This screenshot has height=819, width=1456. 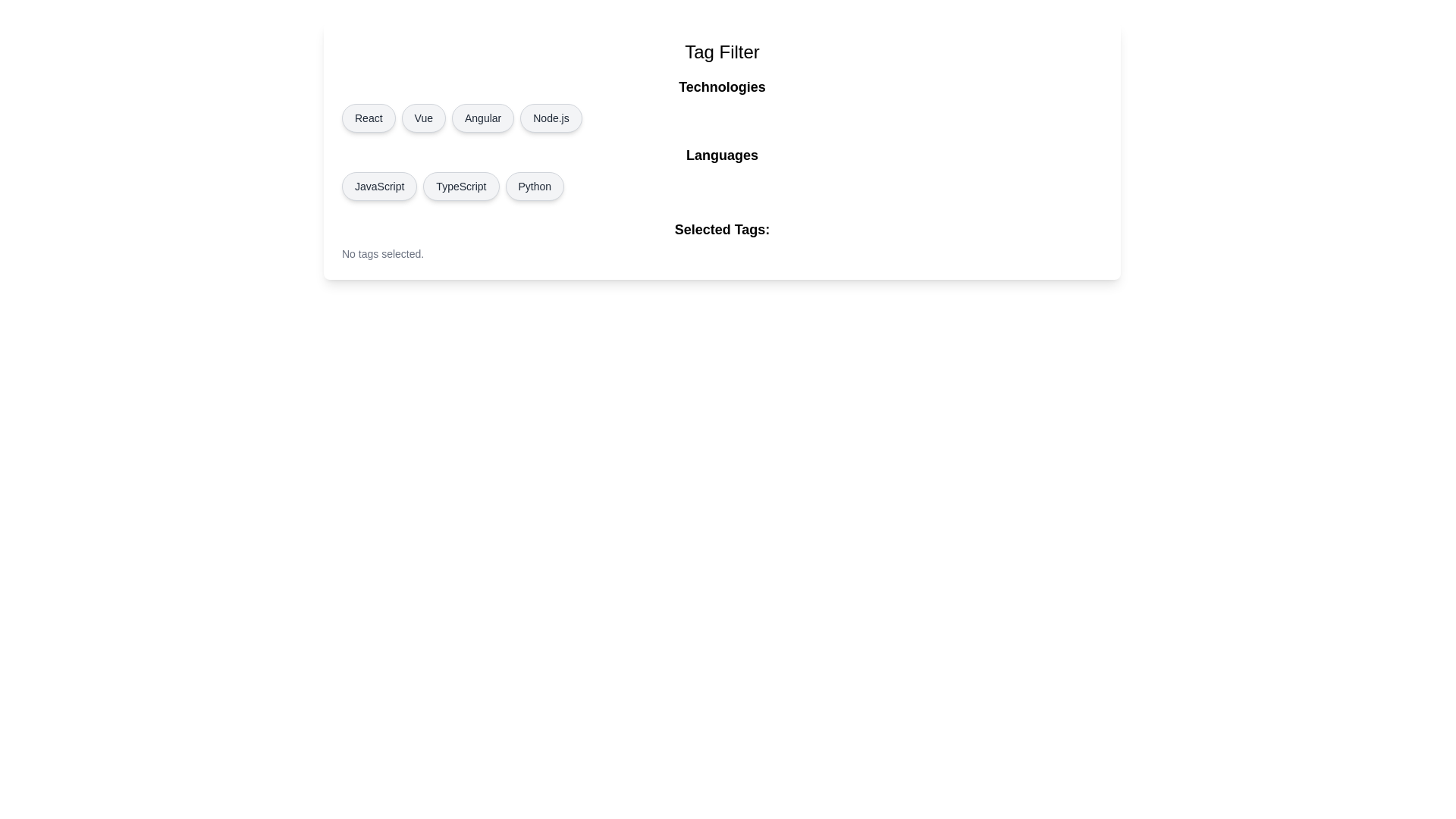 What do you see at coordinates (721, 87) in the screenshot?
I see `the descriptive heading text label located above the group of tag-like elements (React, Vue, Angular, Node.js)` at bounding box center [721, 87].